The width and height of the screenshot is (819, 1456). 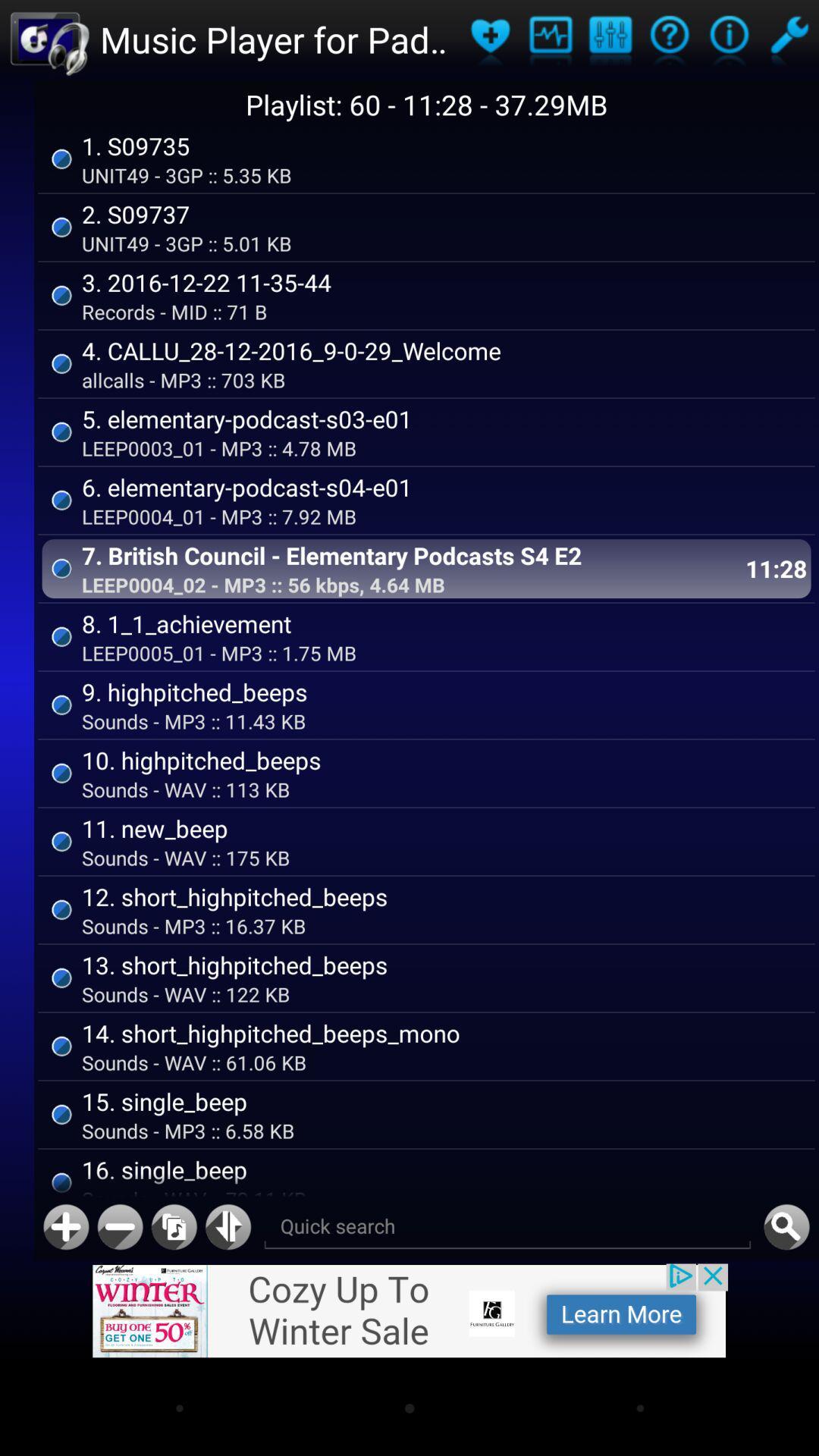 What do you see at coordinates (119, 1227) in the screenshot?
I see `delete song from playlist` at bounding box center [119, 1227].